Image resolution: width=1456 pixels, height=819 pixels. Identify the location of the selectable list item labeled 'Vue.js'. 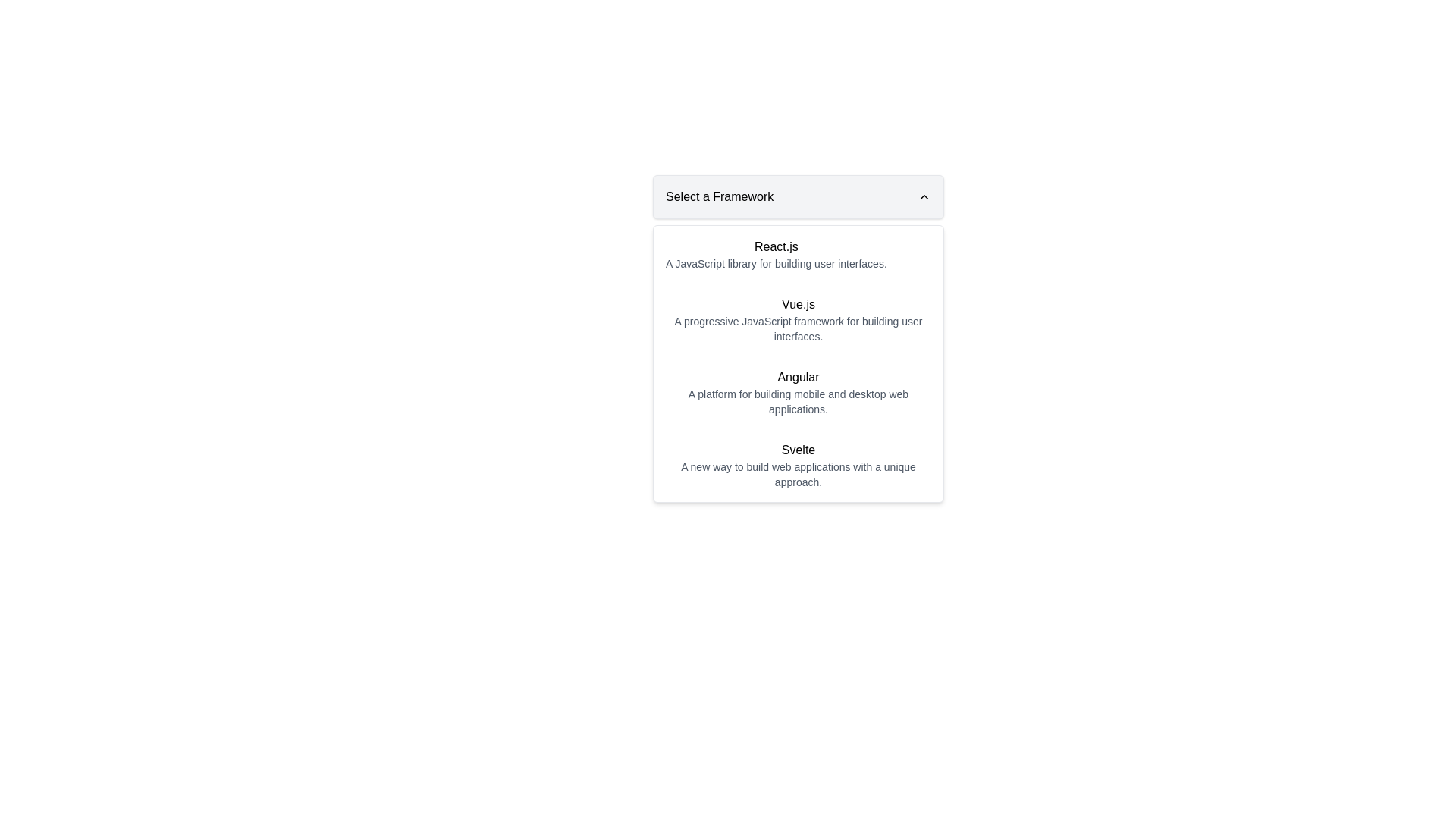
(797, 318).